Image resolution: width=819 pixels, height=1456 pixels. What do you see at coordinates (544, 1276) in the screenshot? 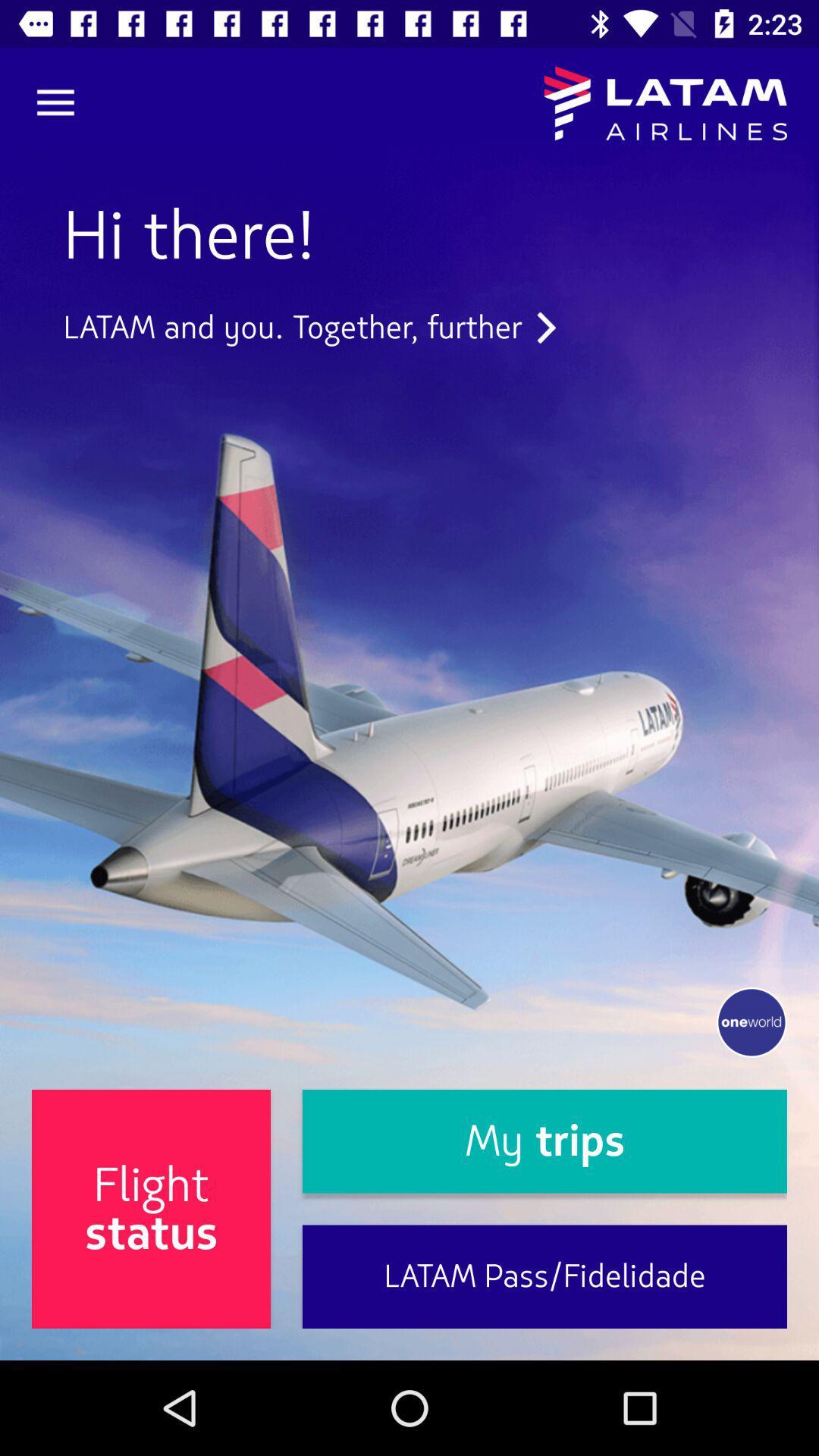
I see `the item below my trips item` at bounding box center [544, 1276].